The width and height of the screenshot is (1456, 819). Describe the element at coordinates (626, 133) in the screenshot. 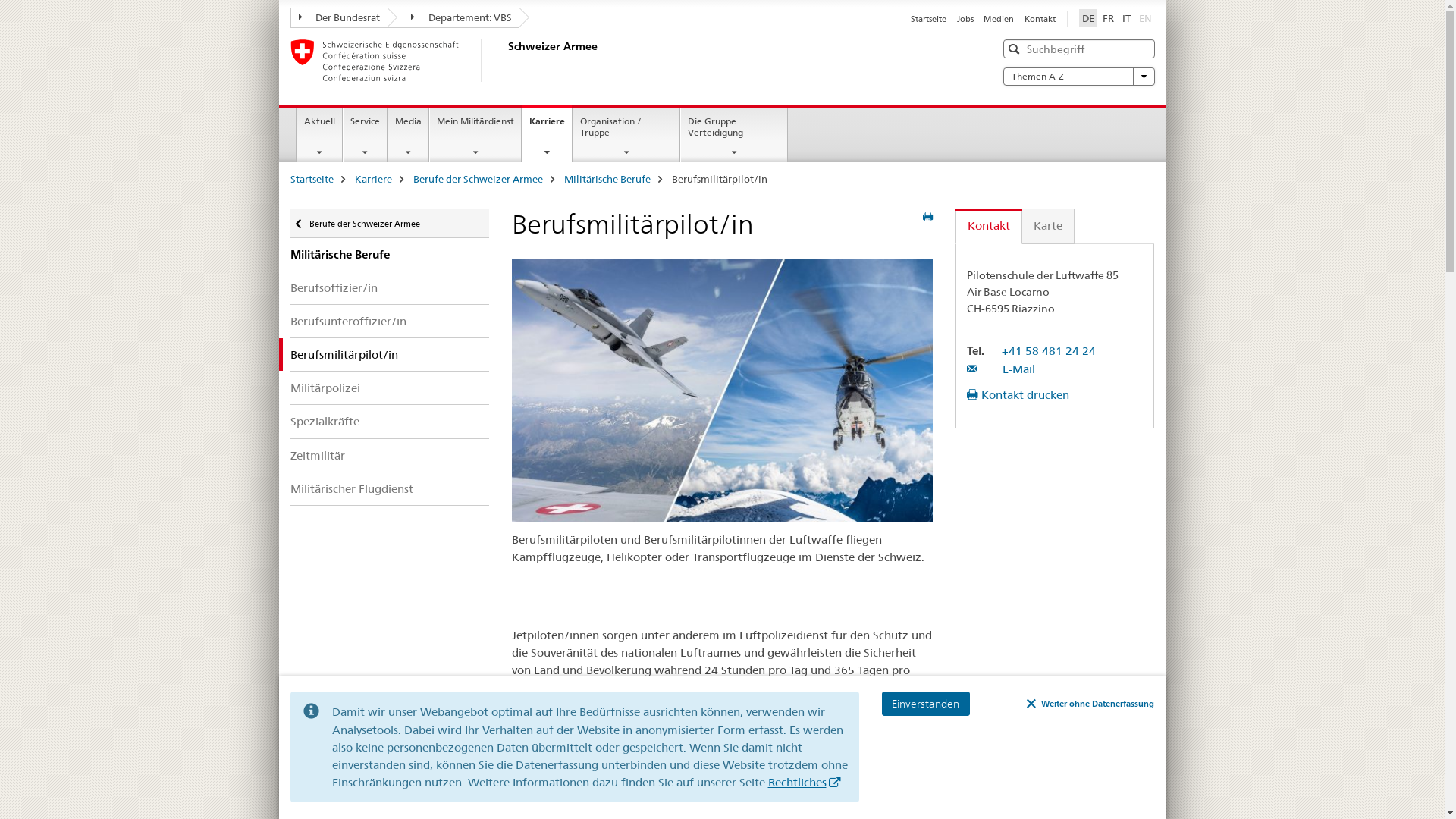

I see `'Organisation / Truppe'` at that location.